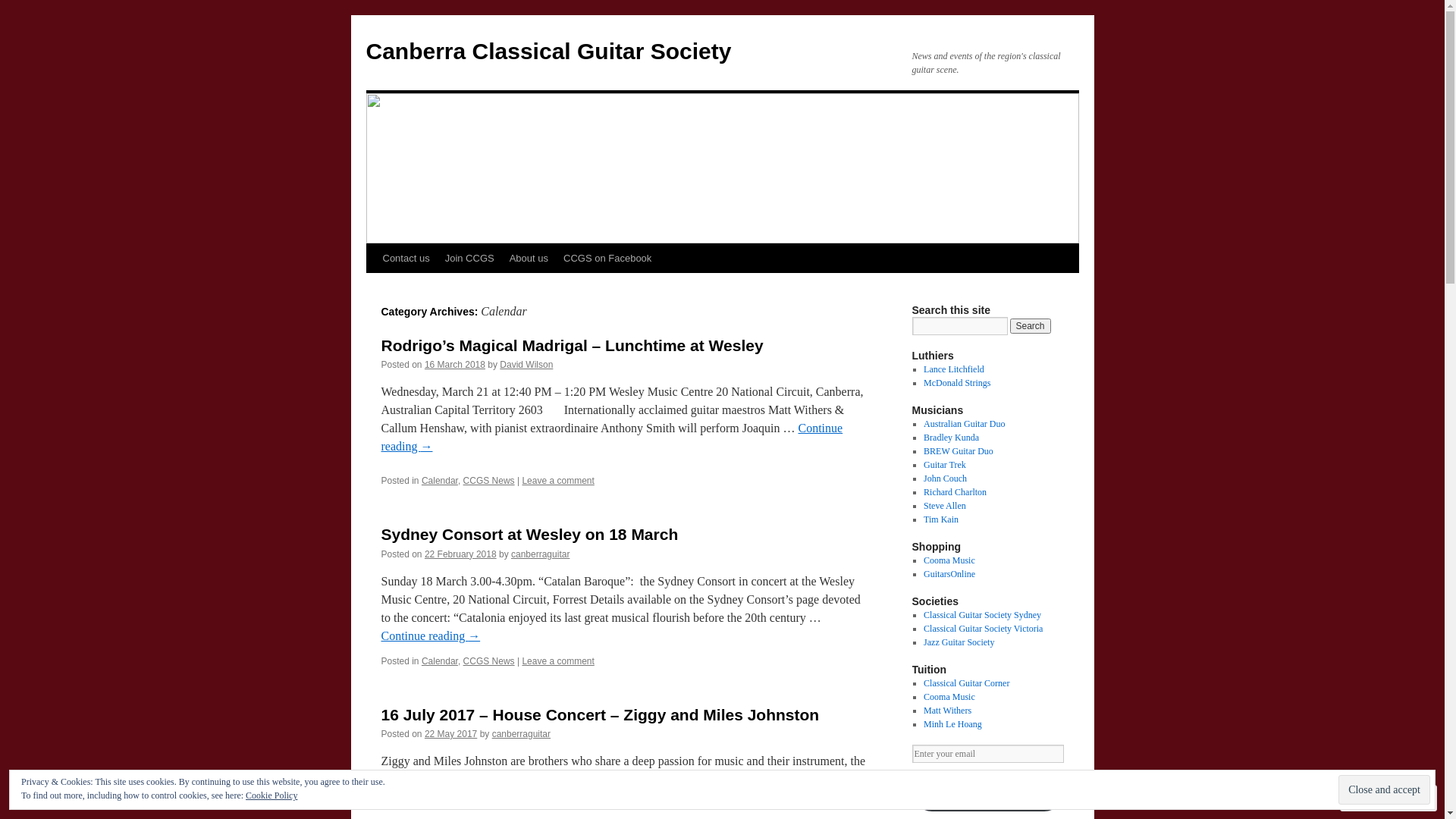 The image size is (1456, 819). What do you see at coordinates (548, 50) in the screenshot?
I see `'Canberra Classical Guitar Society'` at bounding box center [548, 50].